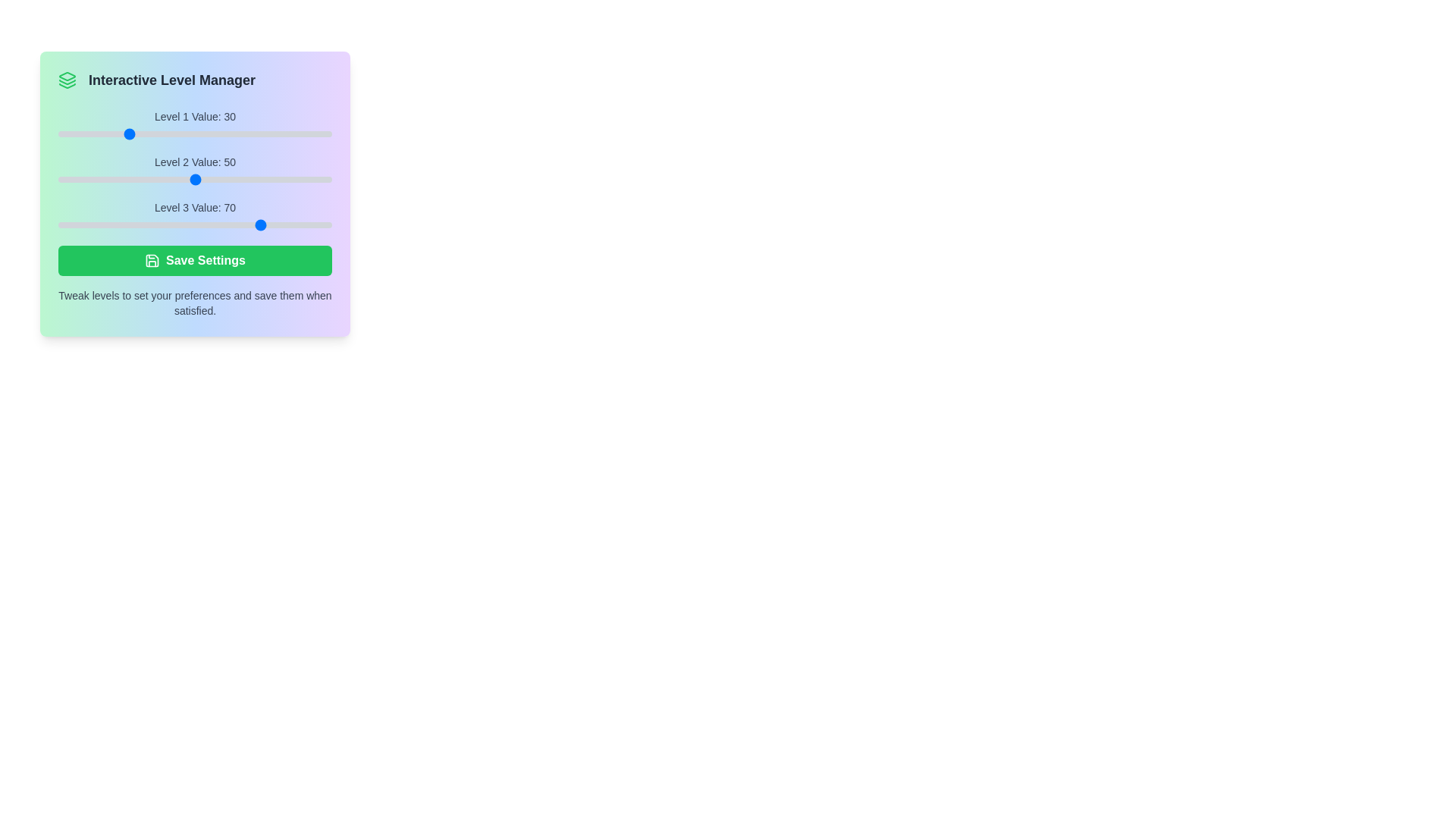 Image resolution: width=1456 pixels, height=819 pixels. I want to click on the slider value, so click(243, 178).